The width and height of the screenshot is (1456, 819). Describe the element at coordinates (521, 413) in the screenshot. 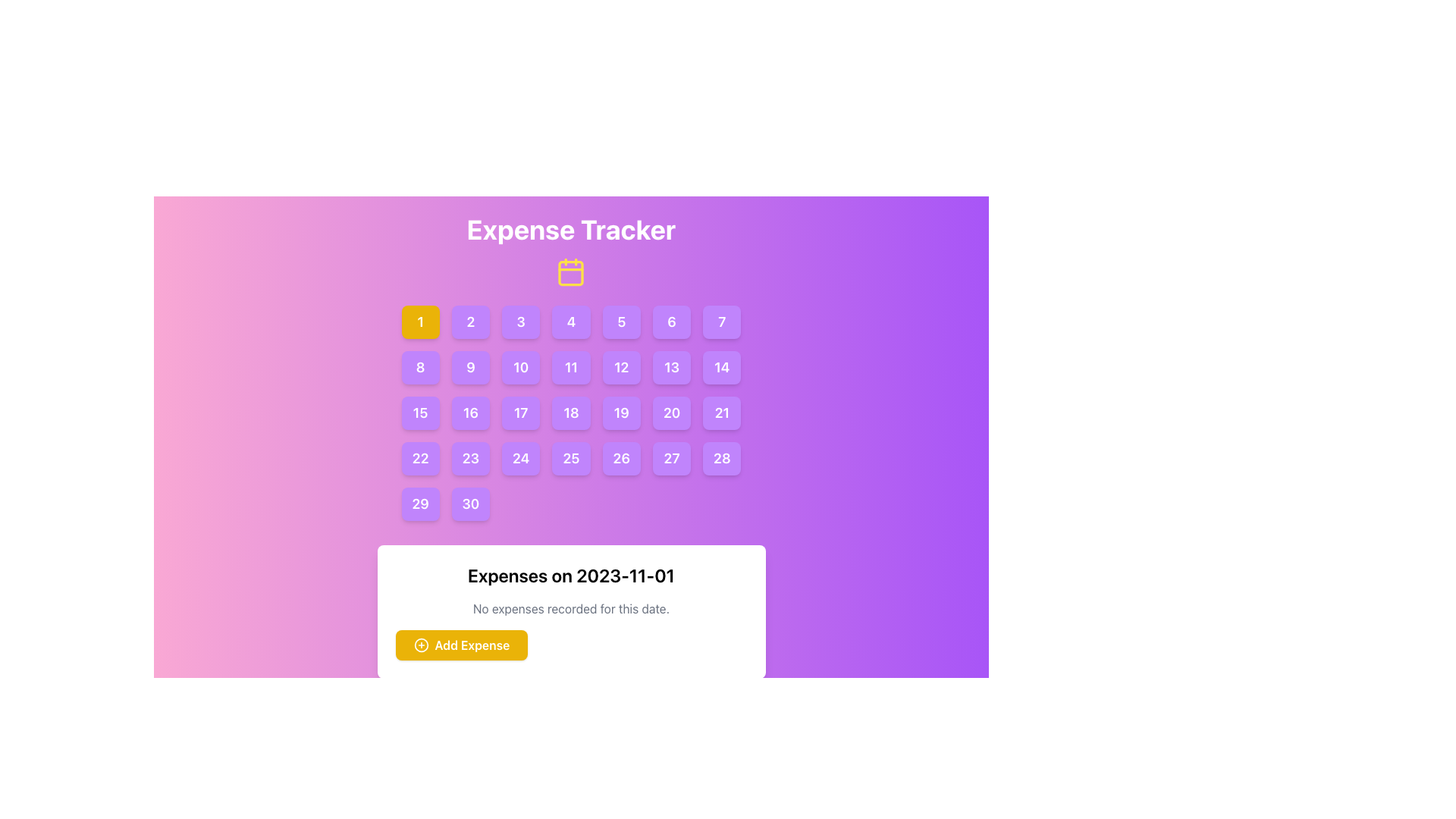

I see `the button labeled '17' with a purple background and white bold text` at that location.